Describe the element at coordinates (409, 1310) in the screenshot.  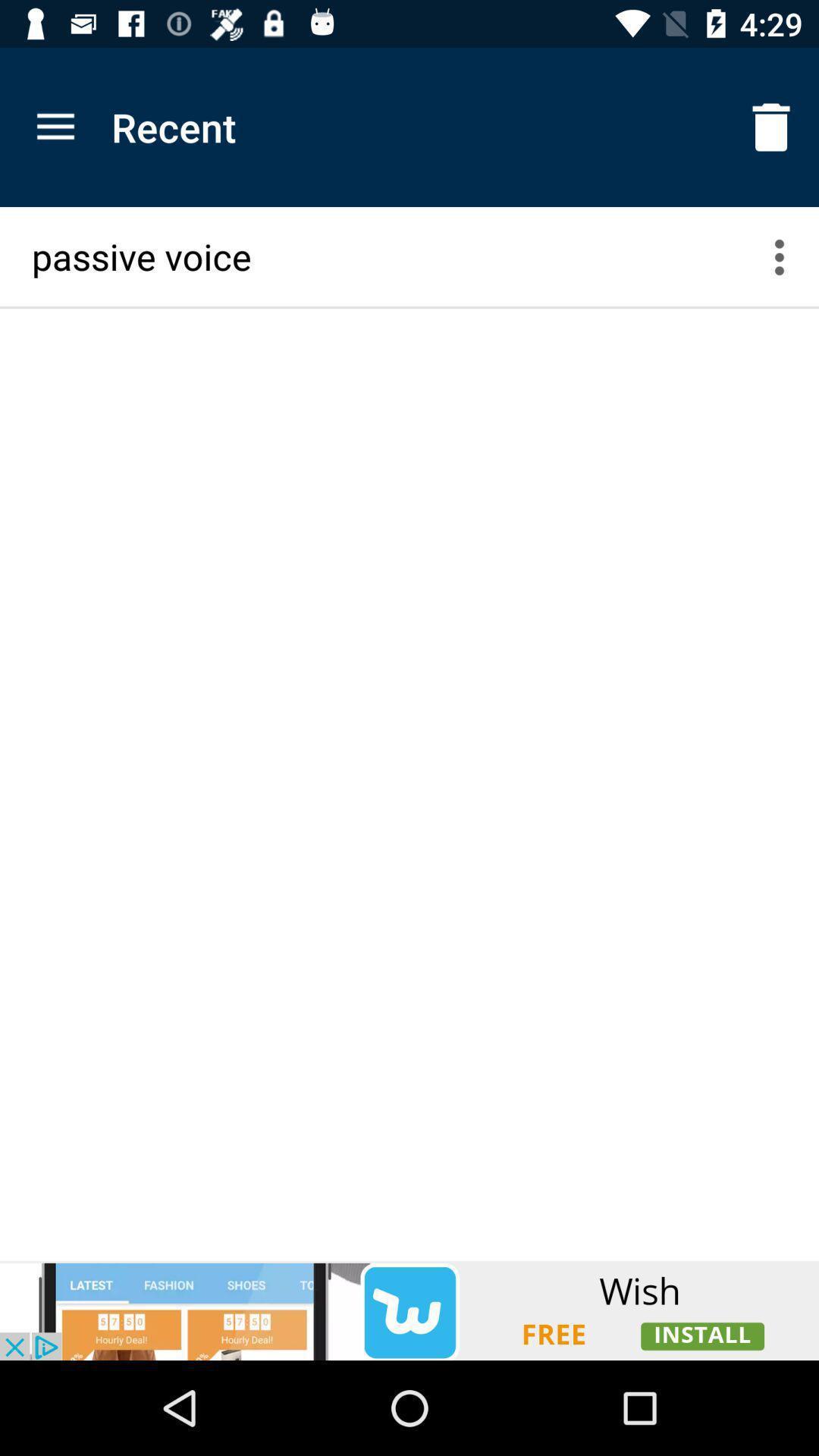
I see `share the article` at that location.